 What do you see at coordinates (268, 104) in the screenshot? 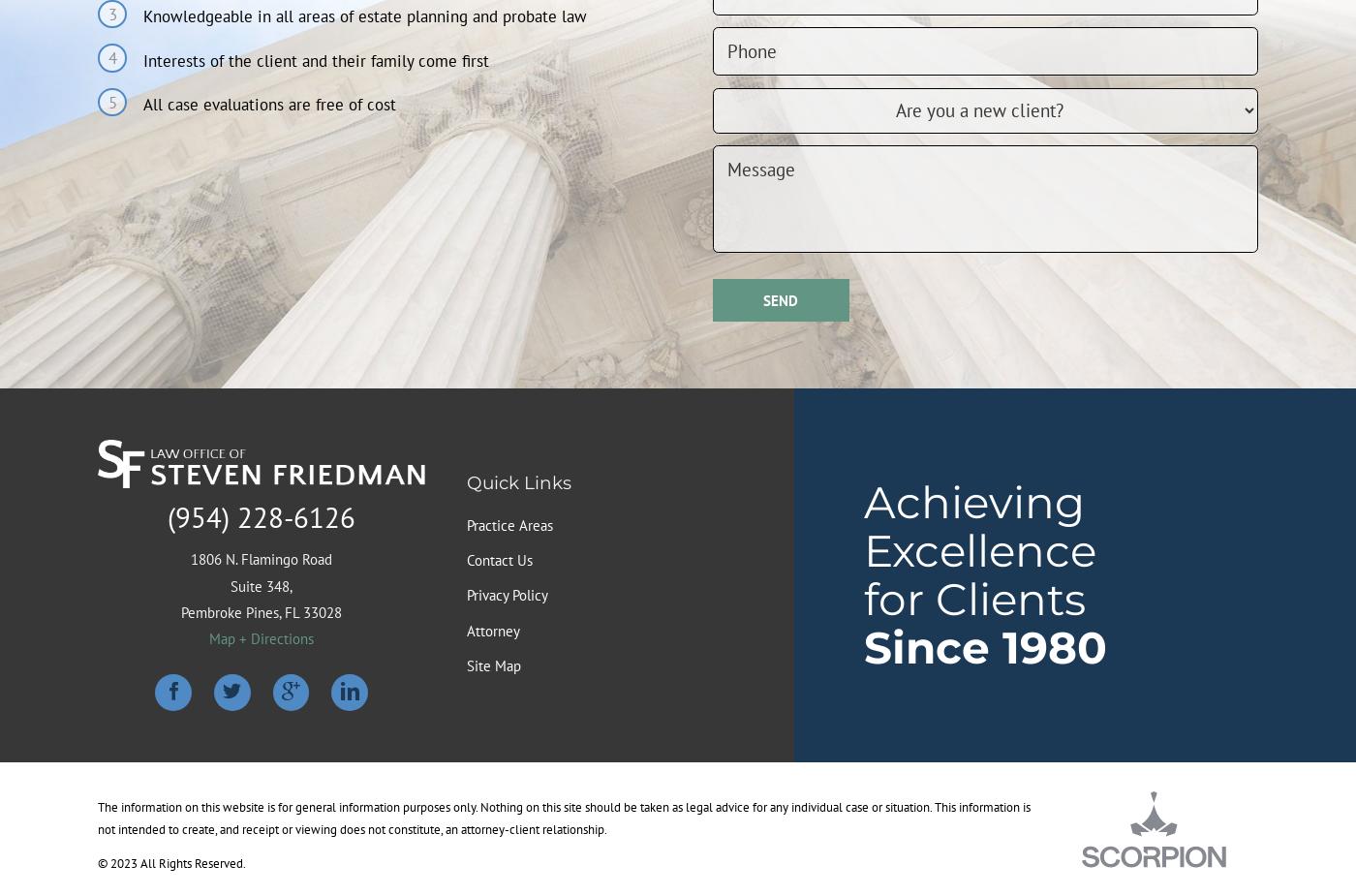
I see `'All case evaluations are free of cost'` at bounding box center [268, 104].